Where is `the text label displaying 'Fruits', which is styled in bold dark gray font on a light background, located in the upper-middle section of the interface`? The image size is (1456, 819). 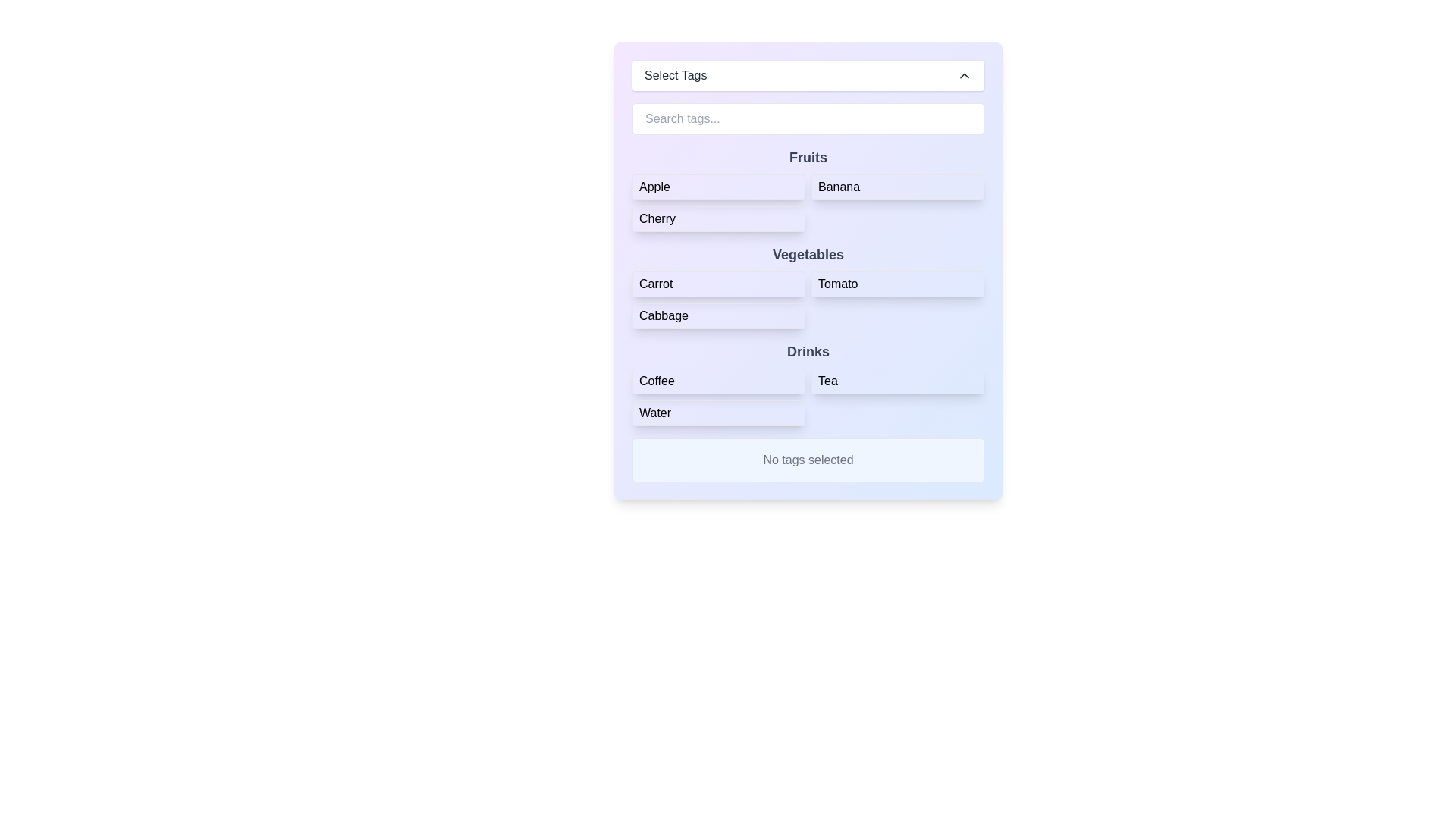
the text label displaying 'Fruits', which is styled in bold dark gray font on a light background, located in the upper-middle section of the interface is located at coordinates (807, 158).